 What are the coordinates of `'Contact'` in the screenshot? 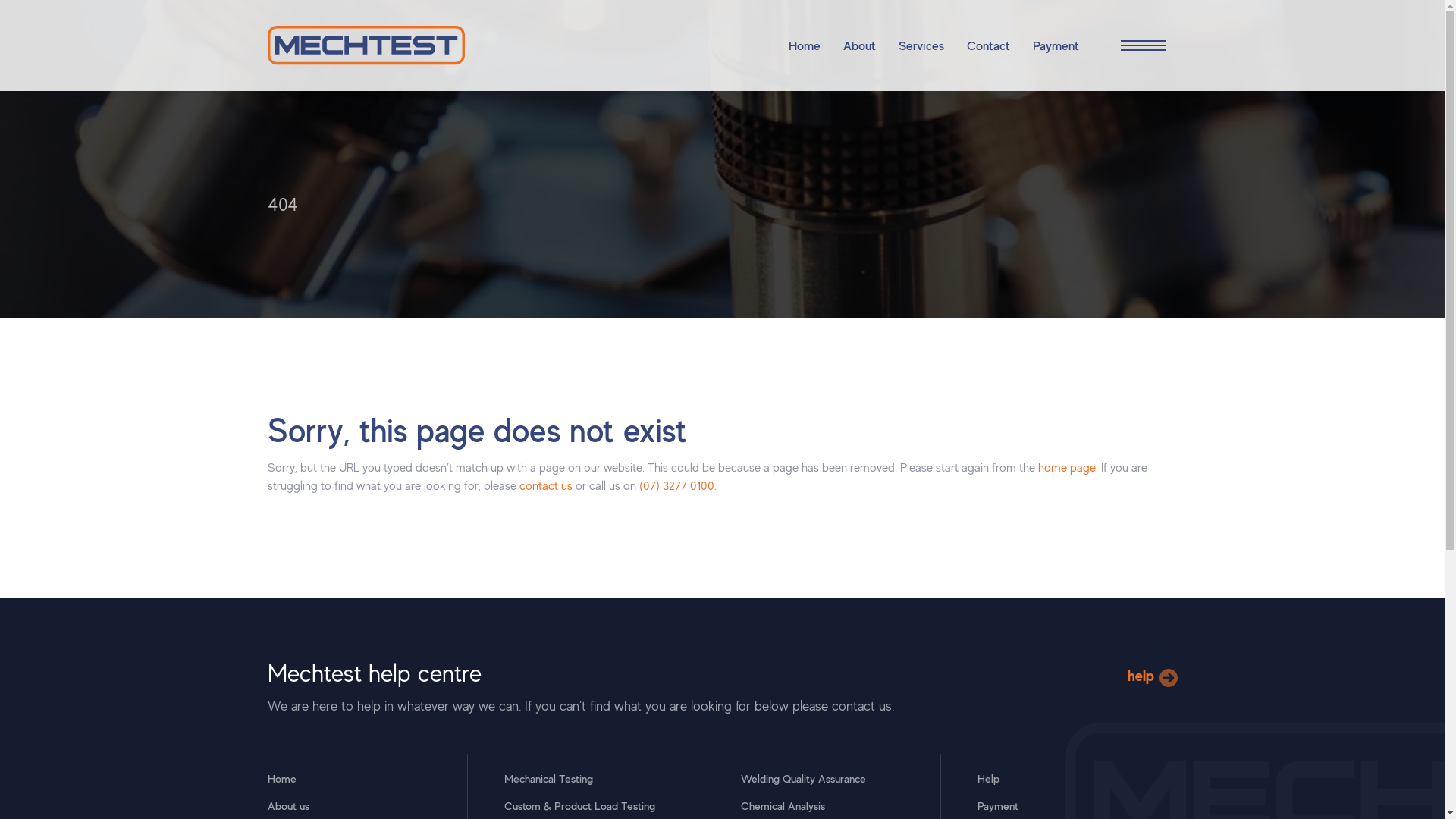 It's located at (954, 45).